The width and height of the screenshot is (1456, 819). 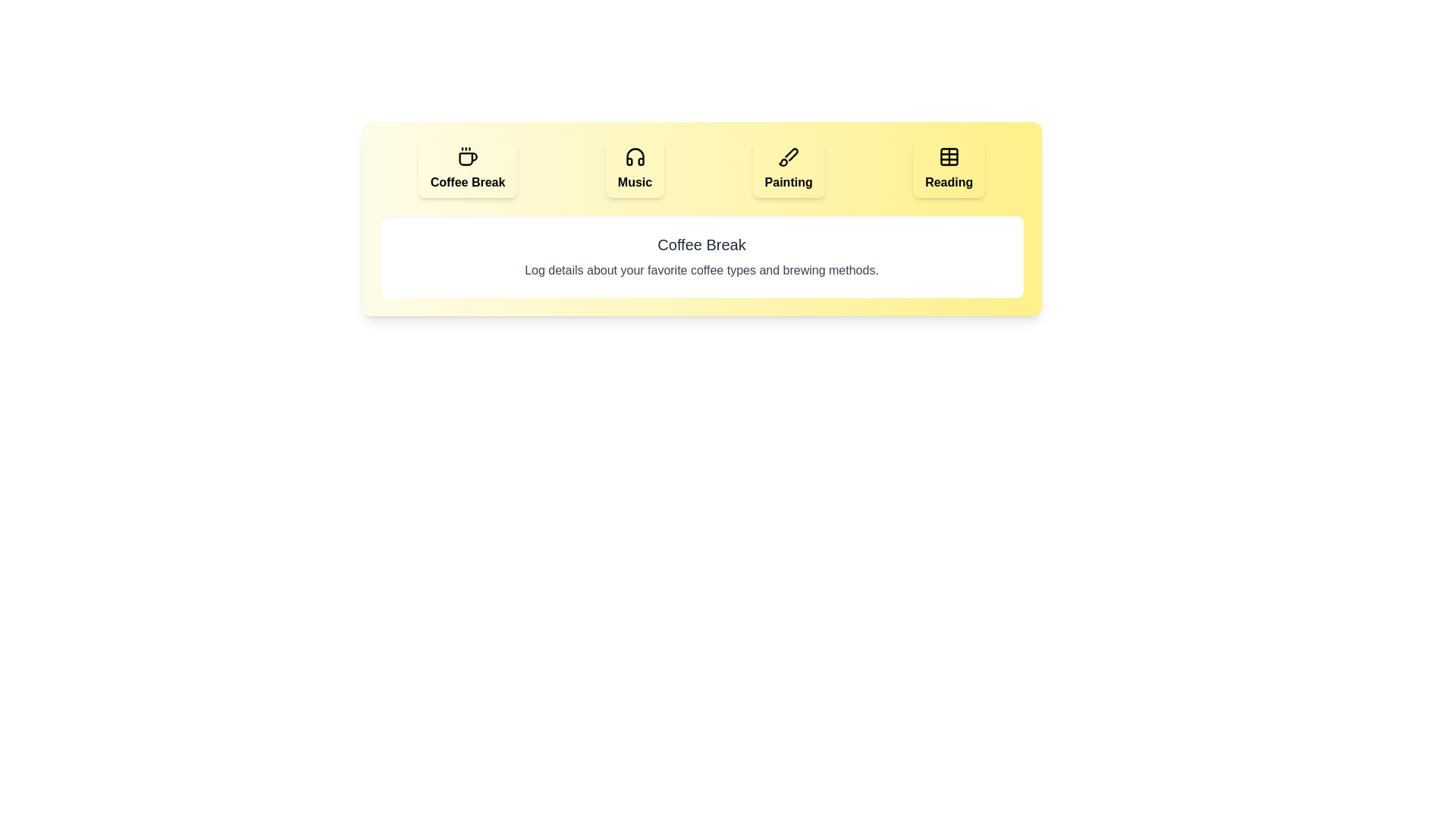 What do you see at coordinates (789, 181) in the screenshot?
I see `'Painting' label element, which provides a description for the 'Painting' button located below an icon in the third position of a set of four horizontally aligned buttons` at bounding box center [789, 181].